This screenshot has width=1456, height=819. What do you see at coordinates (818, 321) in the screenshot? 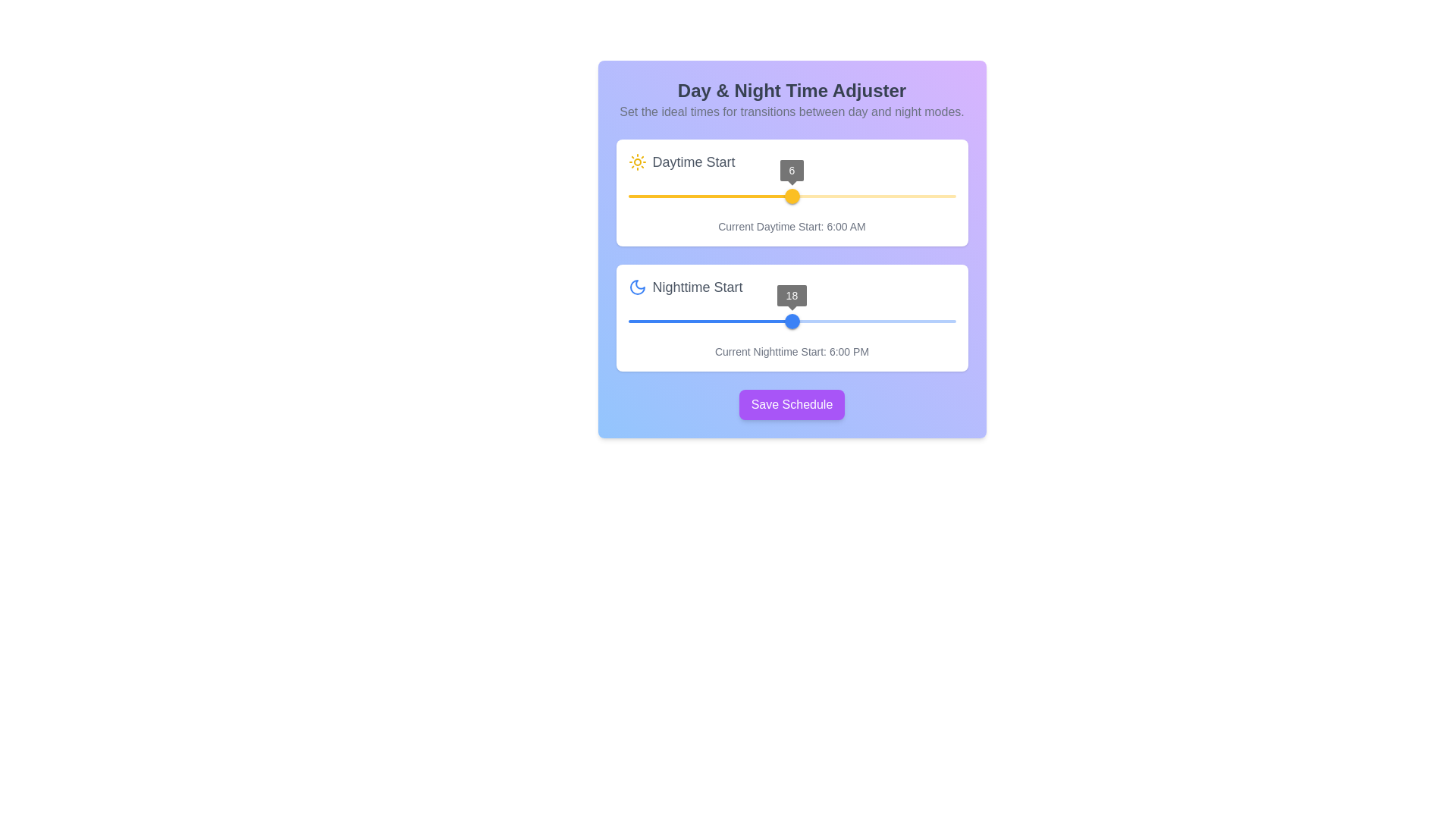
I see `nighttime start hour` at bounding box center [818, 321].